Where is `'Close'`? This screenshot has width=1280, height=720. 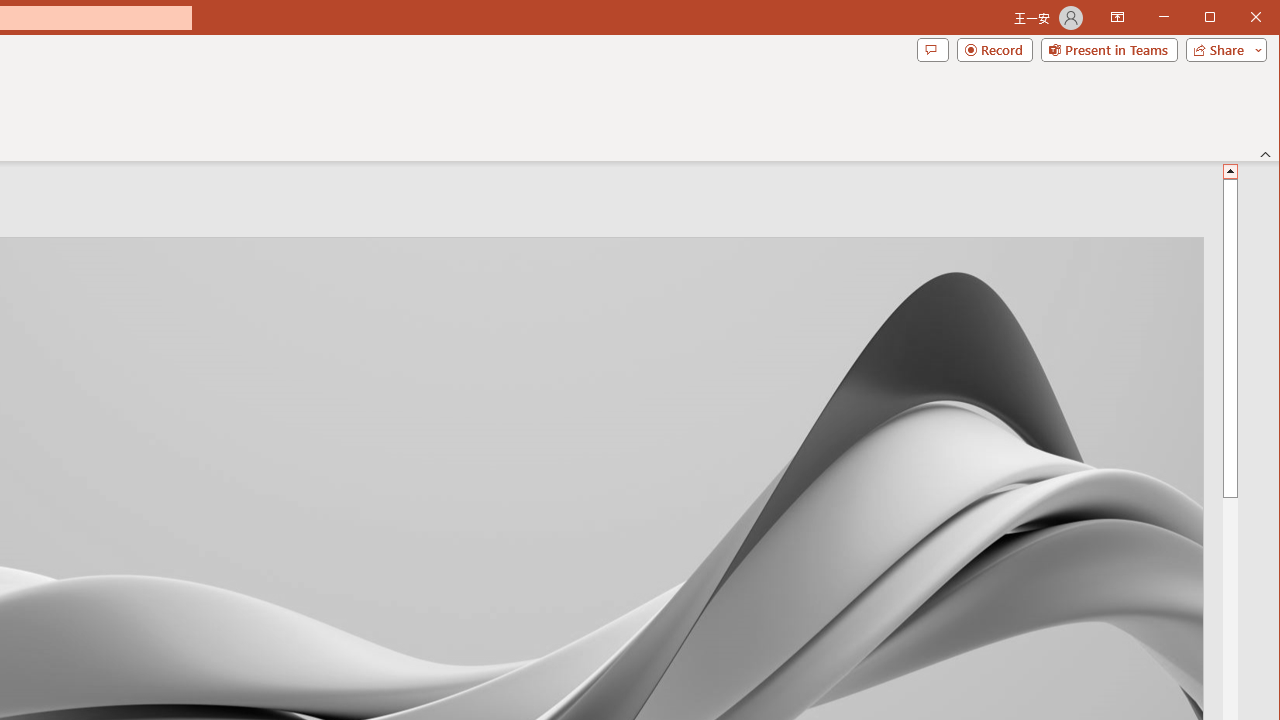
'Close' is located at coordinates (1260, 19).